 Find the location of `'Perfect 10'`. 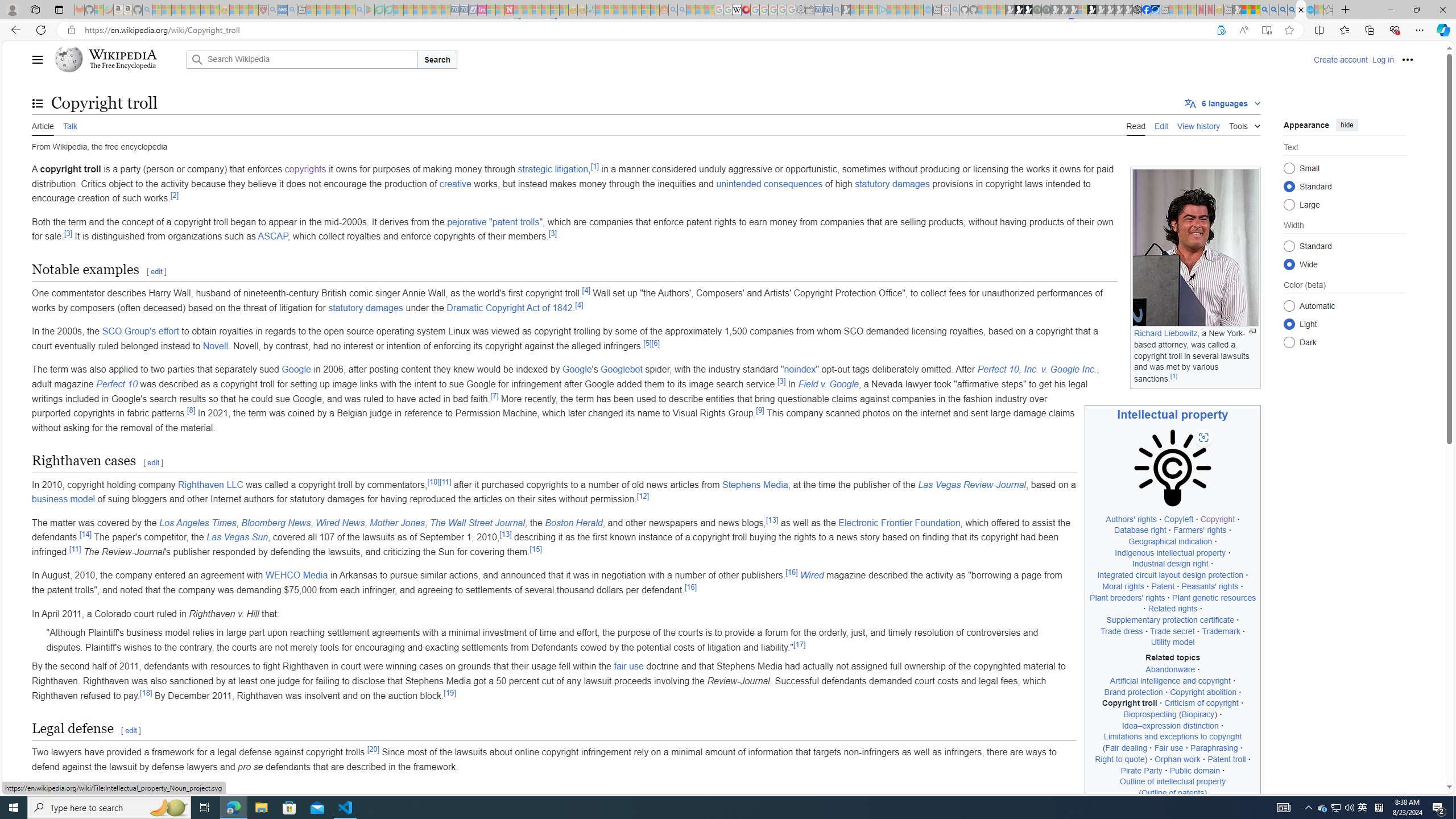

'Perfect 10' is located at coordinates (117, 384).